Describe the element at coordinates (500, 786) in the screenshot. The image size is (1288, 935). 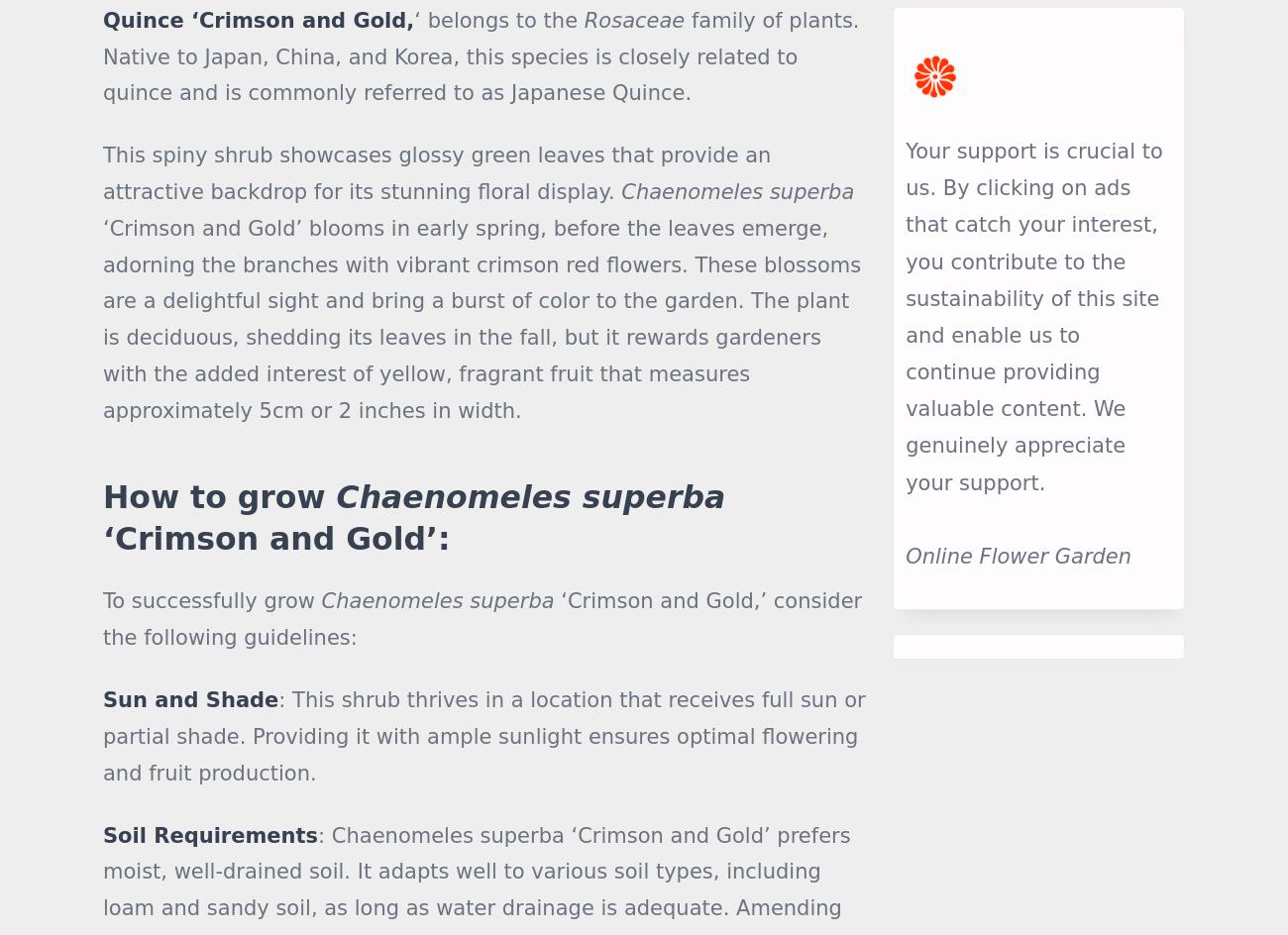
I see `'Climbers'` at that location.